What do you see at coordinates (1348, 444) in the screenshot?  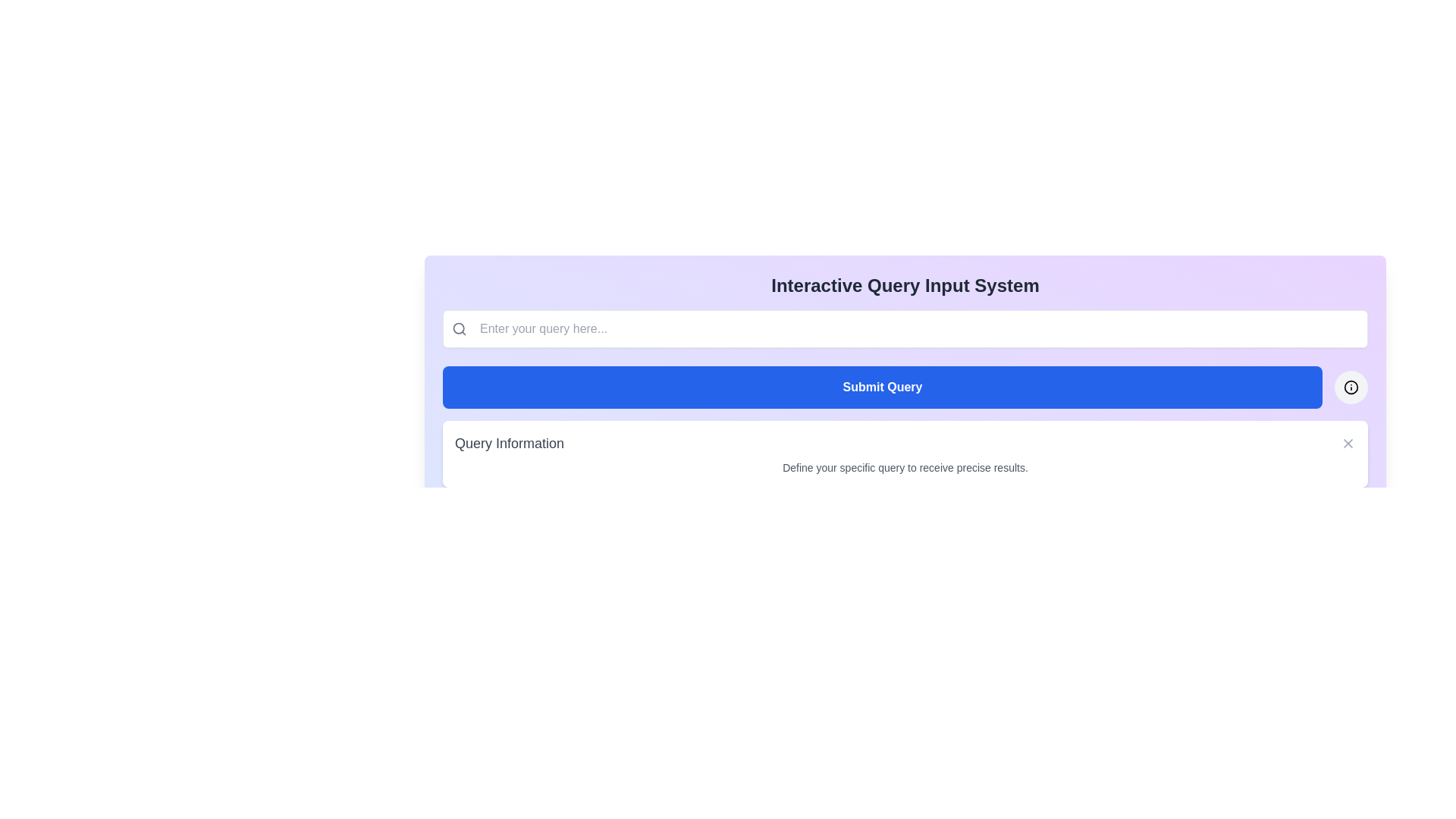 I see `the diagonal line forming part of the 'X' close button icon located at the bottom right corner of the user panel` at bounding box center [1348, 444].